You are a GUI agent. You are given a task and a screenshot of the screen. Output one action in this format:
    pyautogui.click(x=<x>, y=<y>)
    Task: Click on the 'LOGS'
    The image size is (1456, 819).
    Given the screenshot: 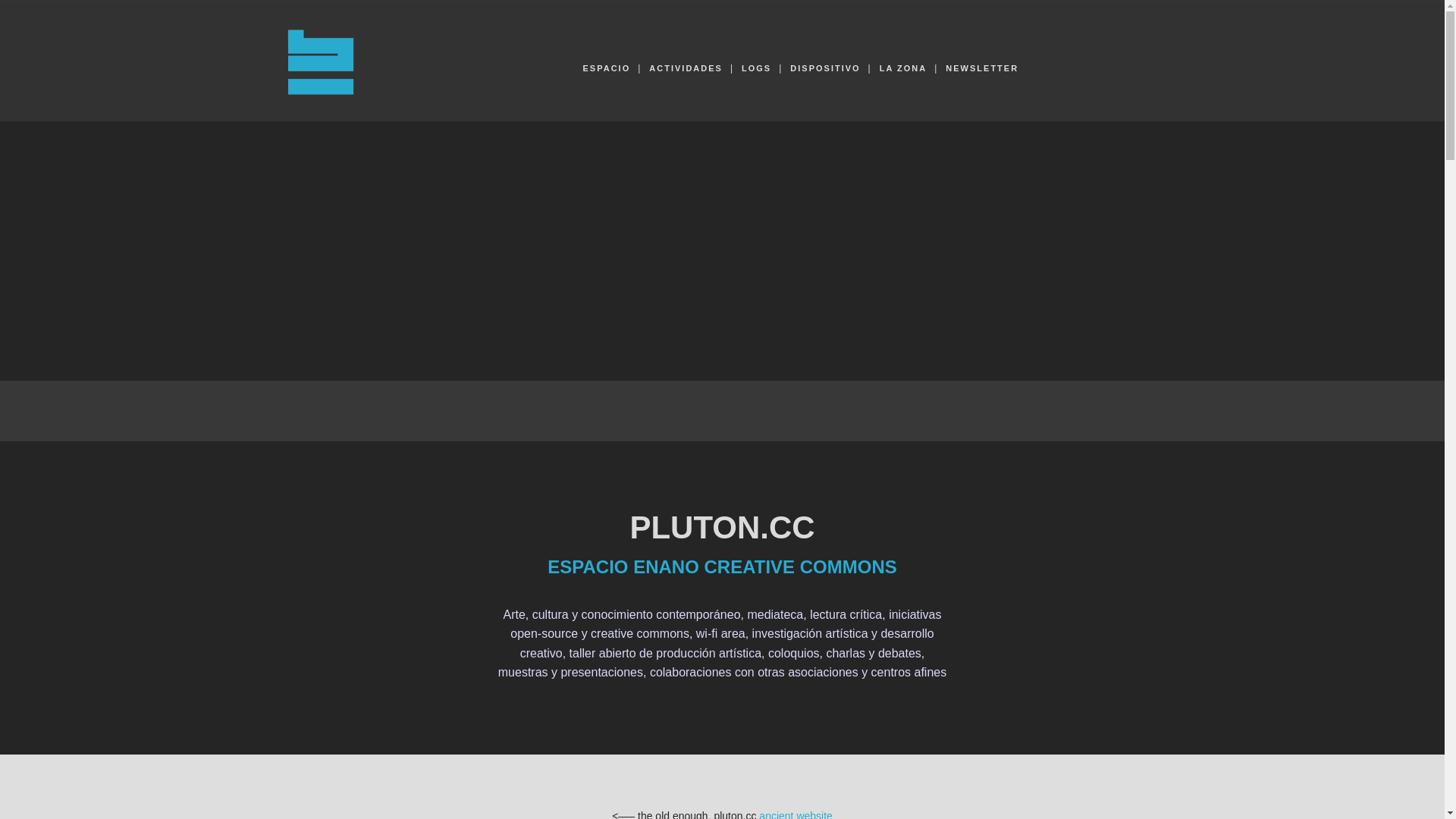 What is the action you would take?
    pyautogui.click(x=742, y=67)
    